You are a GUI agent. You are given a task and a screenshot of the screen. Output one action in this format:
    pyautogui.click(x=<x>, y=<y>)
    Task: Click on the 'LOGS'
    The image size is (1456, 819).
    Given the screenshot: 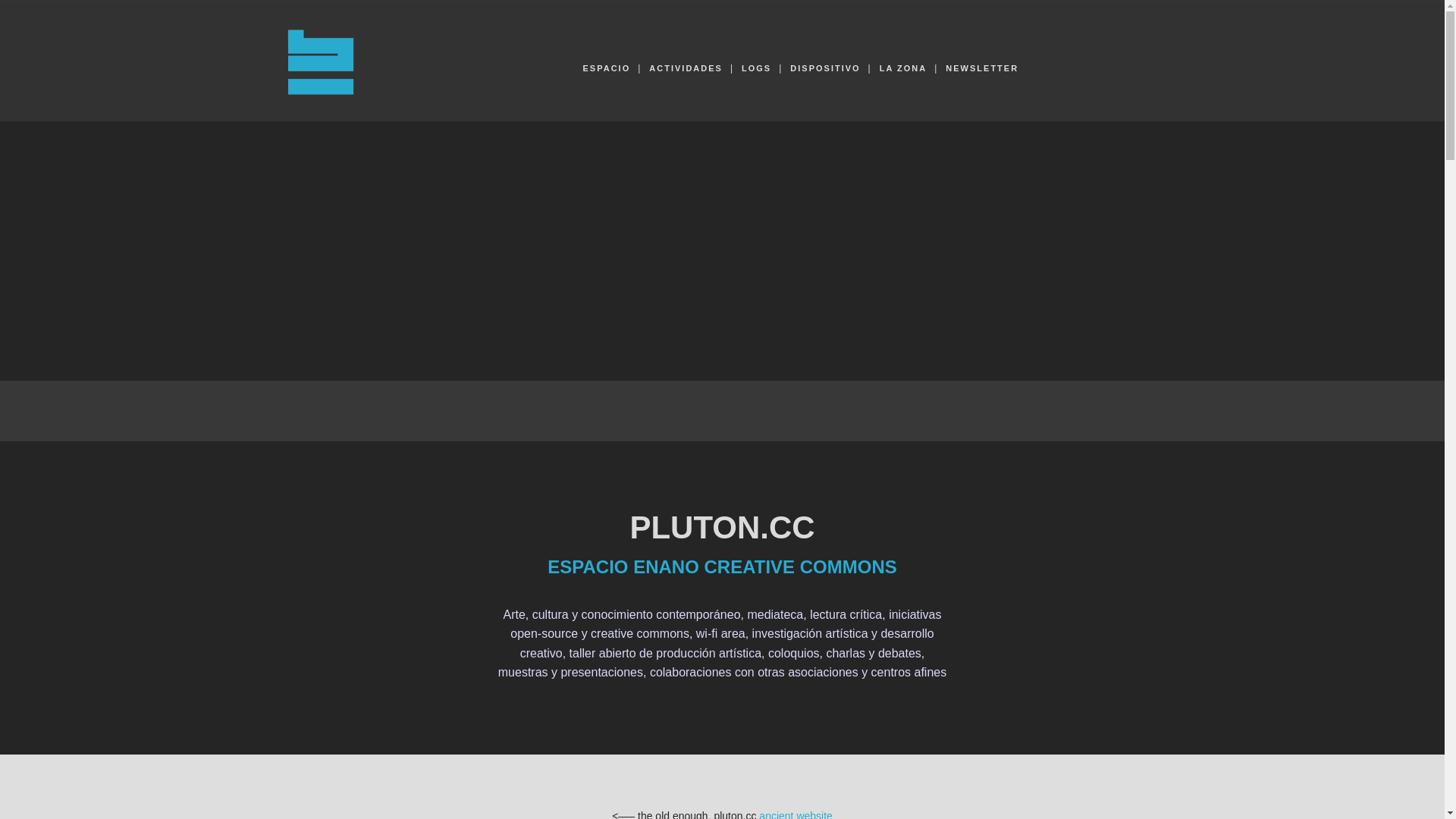 What is the action you would take?
    pyautogui.click(x=742, y=67)
    